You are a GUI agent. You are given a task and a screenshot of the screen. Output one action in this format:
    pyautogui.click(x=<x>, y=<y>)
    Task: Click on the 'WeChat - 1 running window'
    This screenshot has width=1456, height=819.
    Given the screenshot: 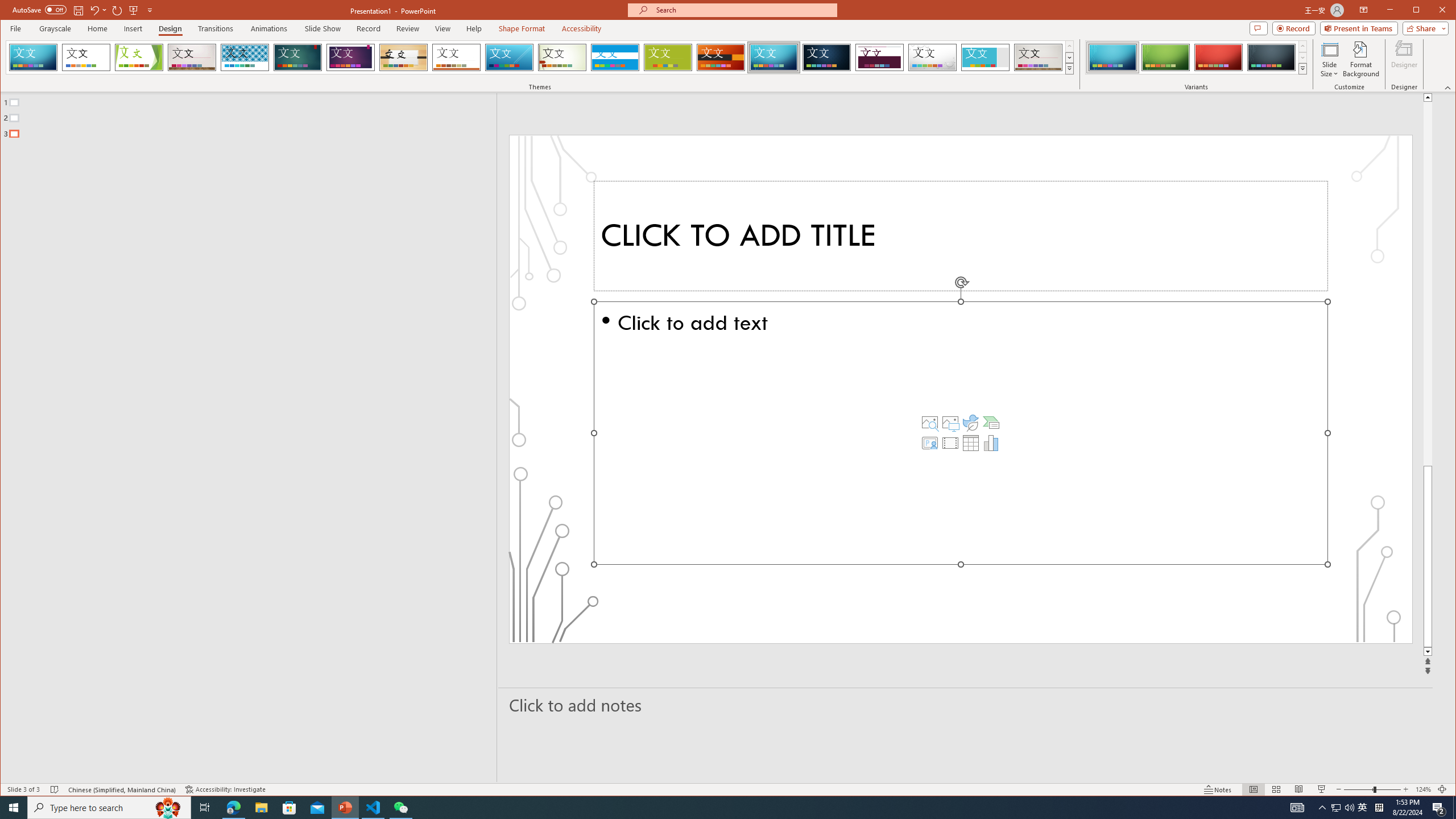 What is the action you would take?
    pyautogui.click(x=401, y=806)
    